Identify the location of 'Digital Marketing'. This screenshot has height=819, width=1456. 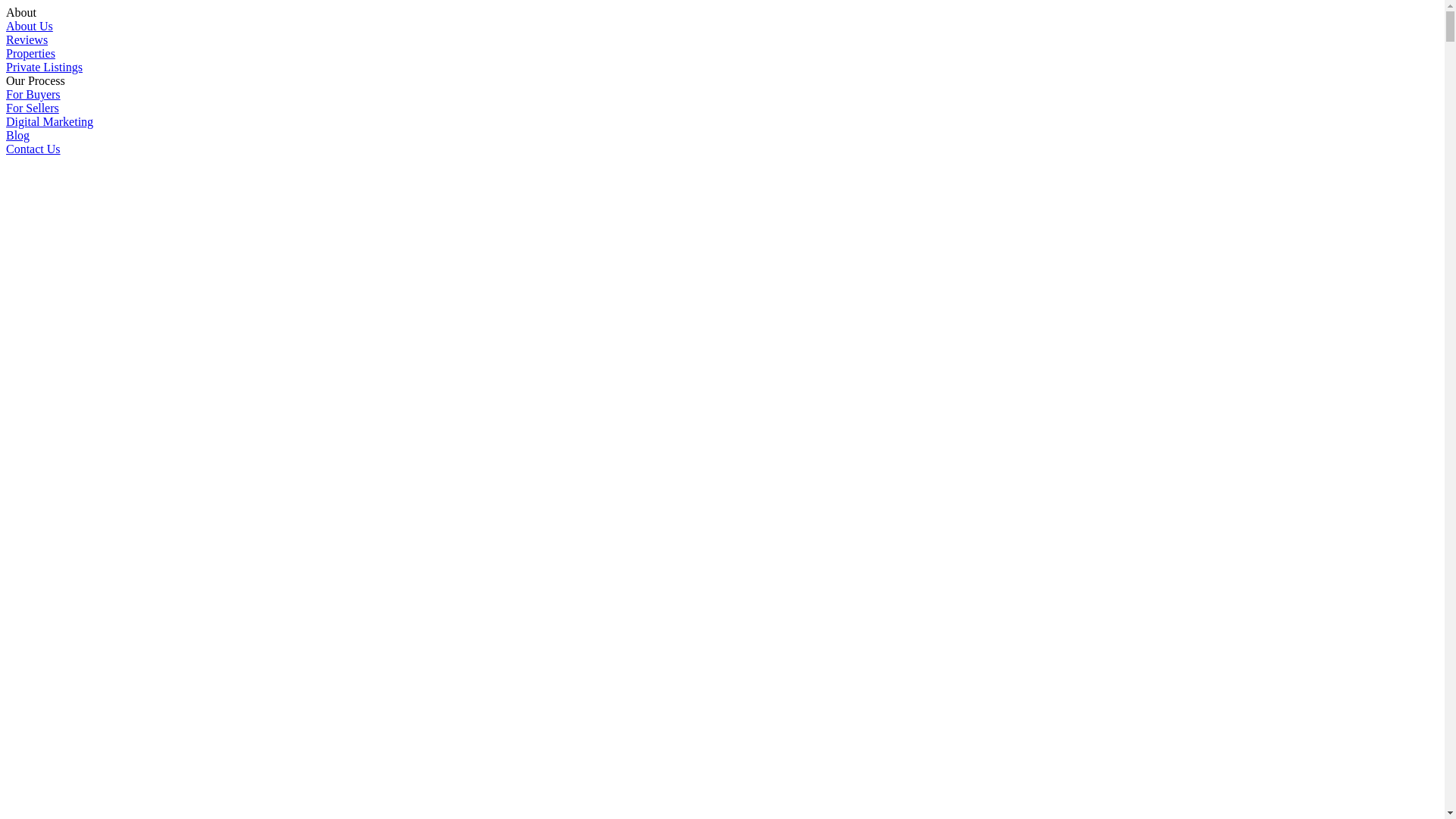
(6, 121).